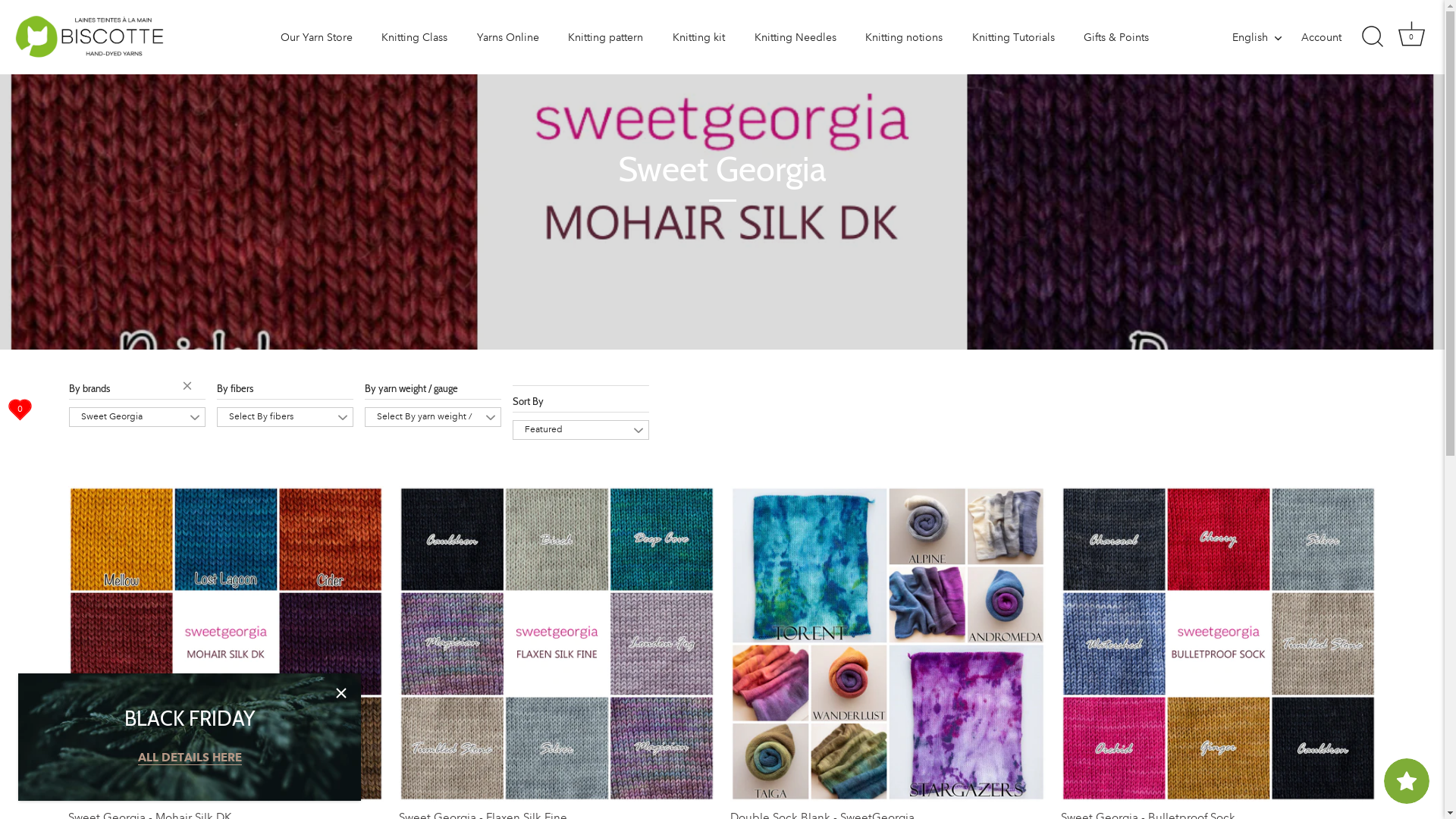 Image resolution: width=1456 pixels, height=819 pixels. What do you see at coordinates (1405, 780) in the screenshot?
I see `'Smile.io Rewards Program Launcher'` at bounding box center [1405, 780].